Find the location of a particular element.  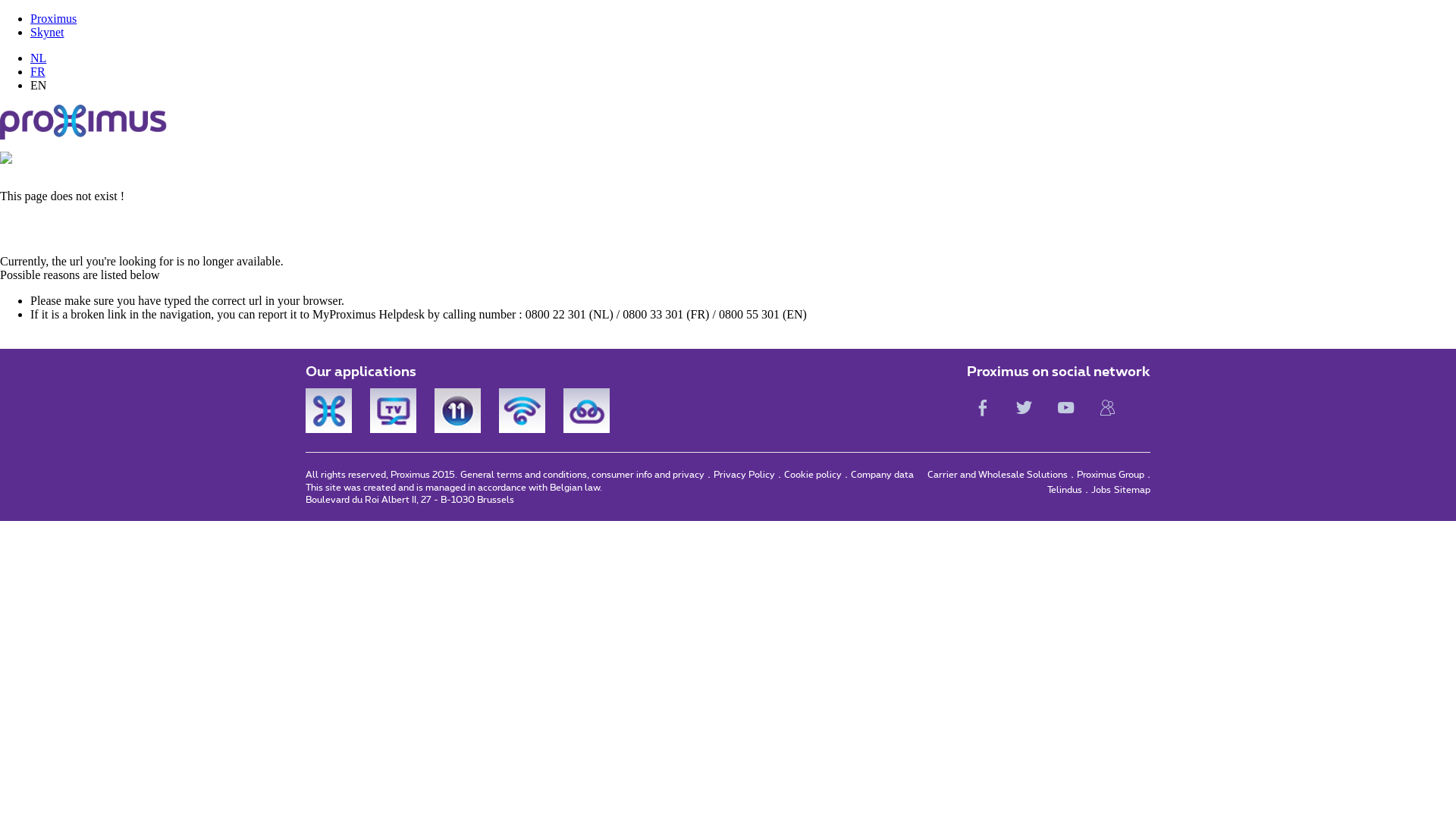

'FR' is located at coordinates (37, 71).